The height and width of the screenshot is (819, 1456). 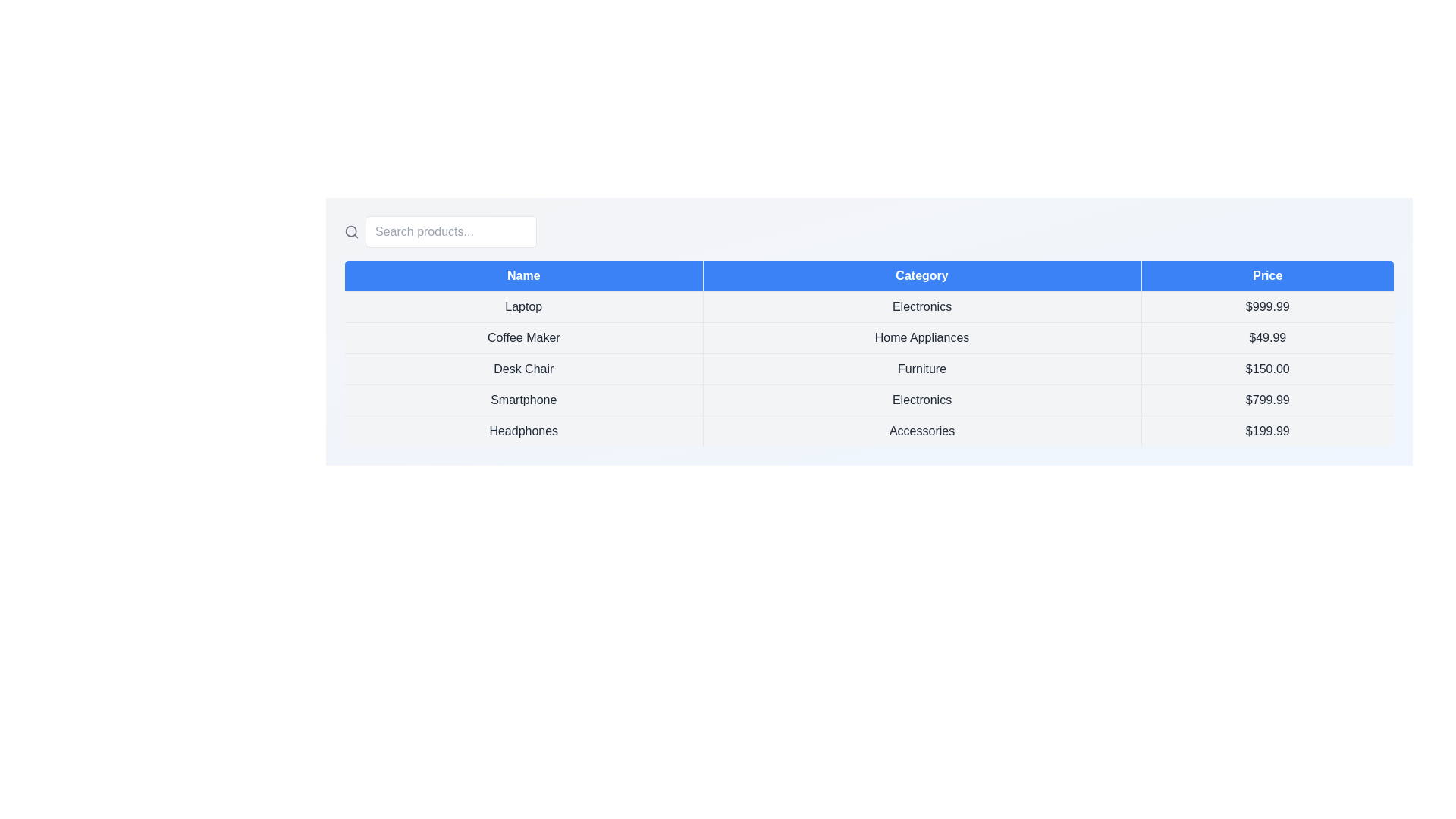 What do you see at coordinates (869, 431) in the screenshot?
I see `the last row of the table representing 'Headphones', which is categorized as 'Accessories' with a price of '$199.99'` at bounding box center [869, 431].